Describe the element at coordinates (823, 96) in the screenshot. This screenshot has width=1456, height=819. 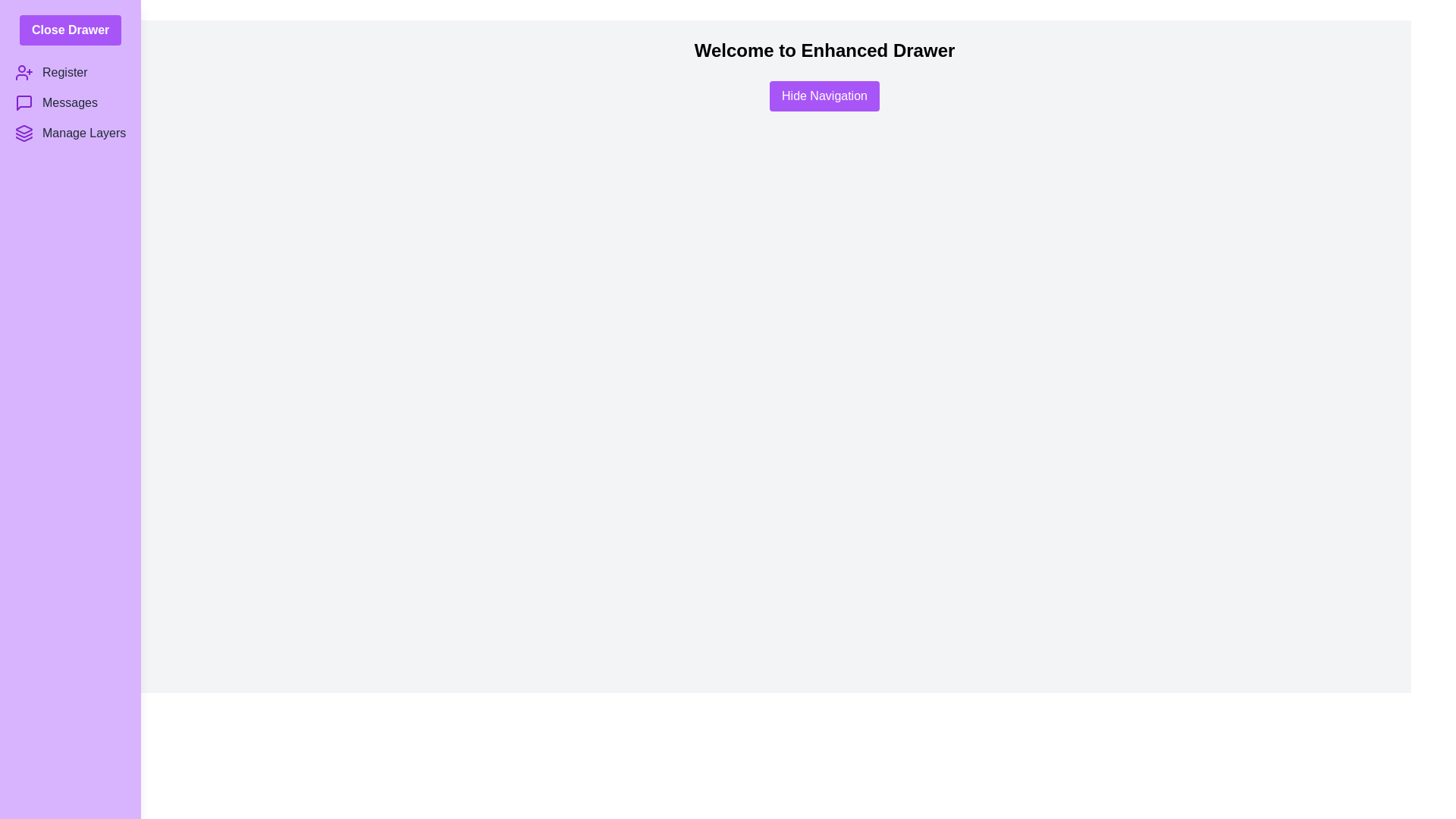
I see `the 'Hide Navigation' button to toggle the visibility of the drawer` at that location.